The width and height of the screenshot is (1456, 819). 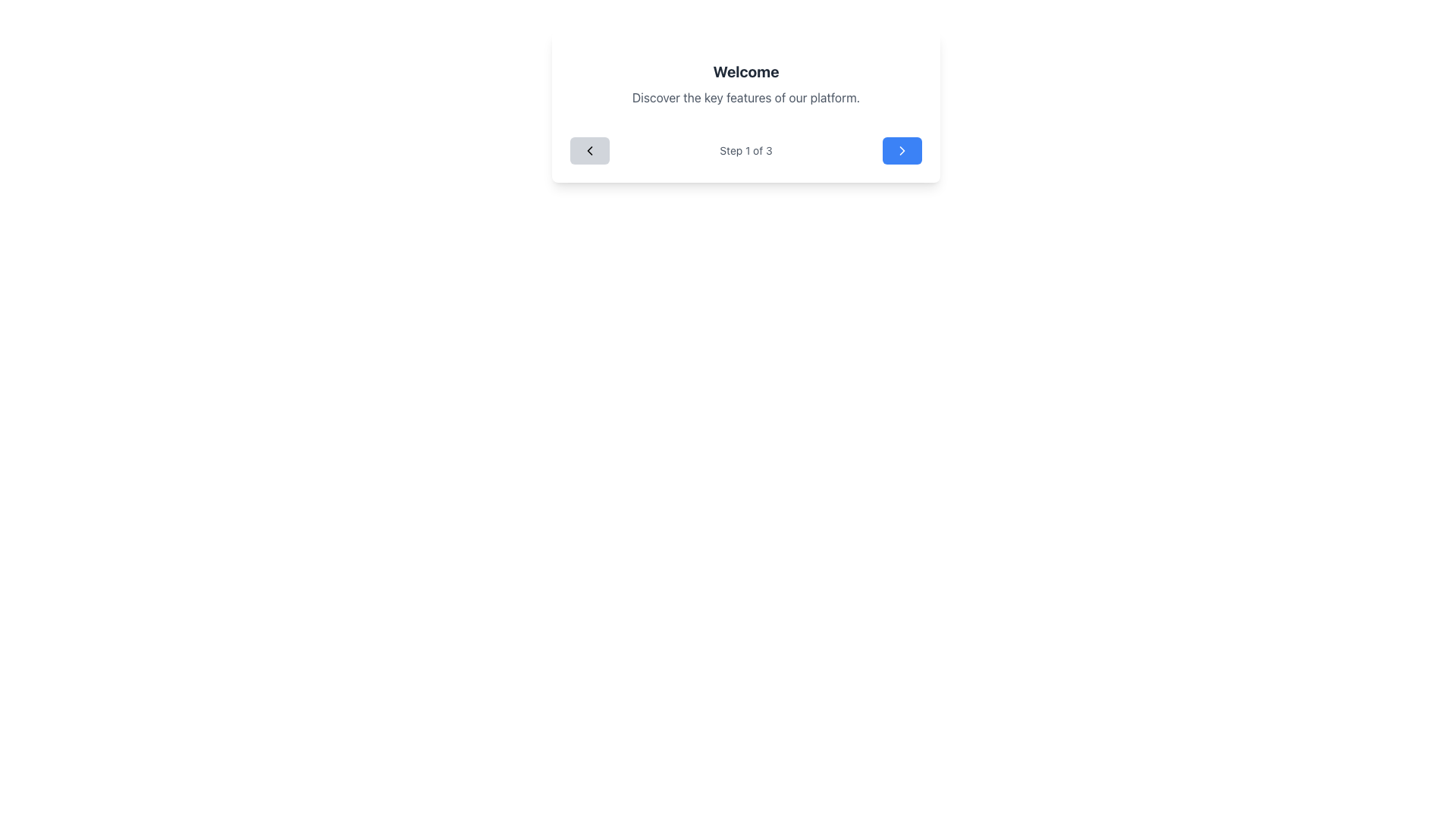 I want to click on the small, light gray button with a black chevron-left icon, so click(x=588, y=151).